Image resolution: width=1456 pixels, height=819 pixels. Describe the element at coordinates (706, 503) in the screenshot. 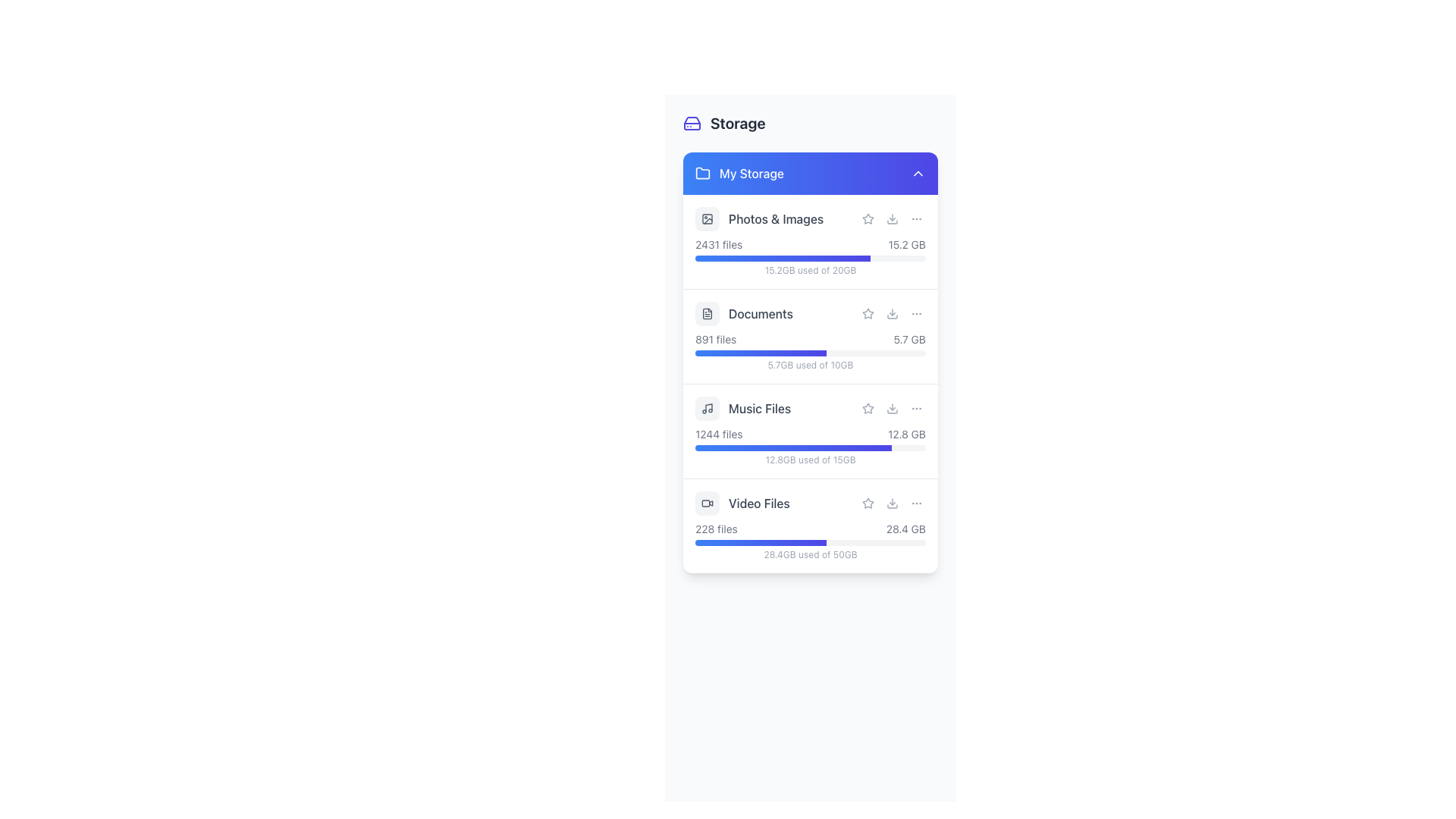

I see `the small gray video icon styled as a camera with a play-like indicator, located in the 'Video Files' section to the left of the text label` at that location.